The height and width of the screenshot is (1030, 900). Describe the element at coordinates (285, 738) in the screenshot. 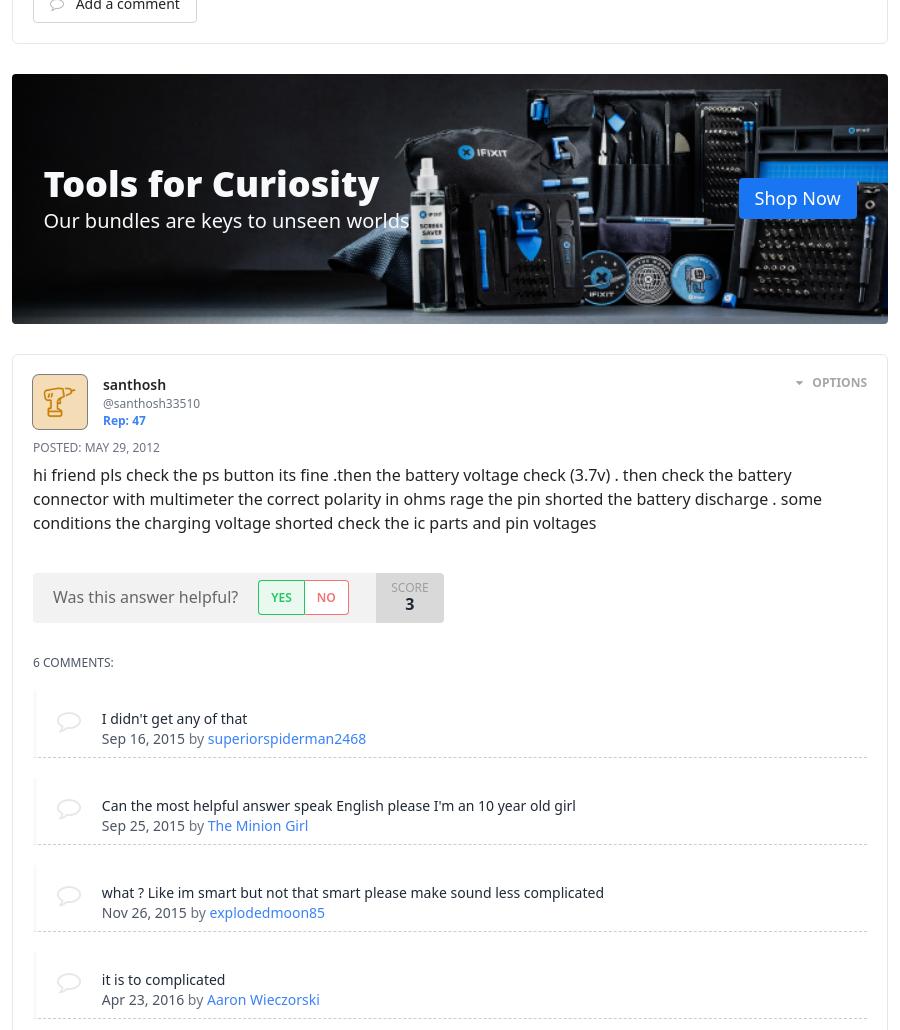

I see `'superiorspiderman2468'` at that location.